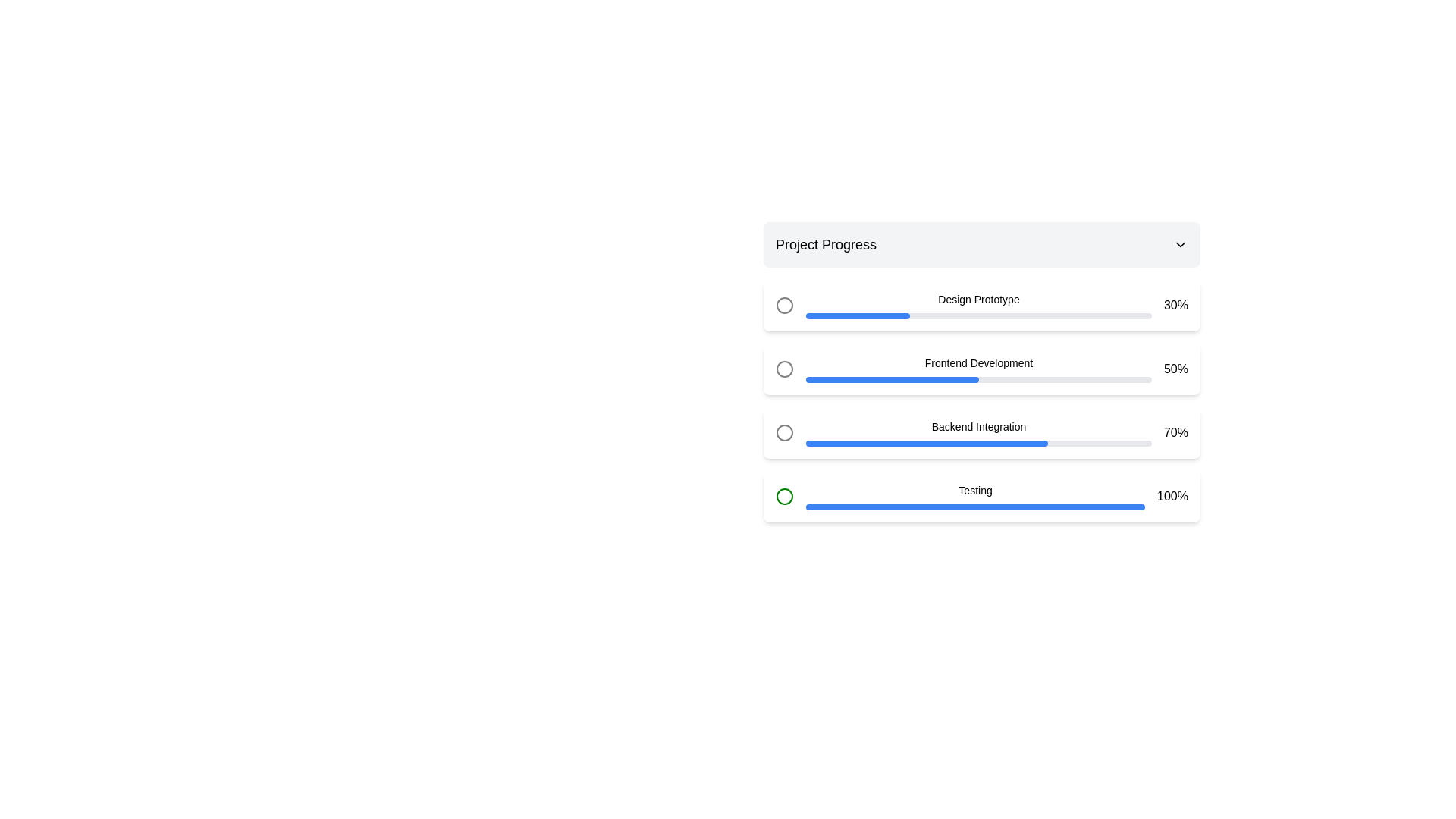 Image resolution: width=1456 pixels, height=819 pixels. Describe the element at coordinates (979, 444) in the screenshot. I see `progress bar representing 'Backend Integration' with a completion rate of 70%, located below the text and beside the numerical indicator '70%', which is the third progress bar in the vertical list` at that location.